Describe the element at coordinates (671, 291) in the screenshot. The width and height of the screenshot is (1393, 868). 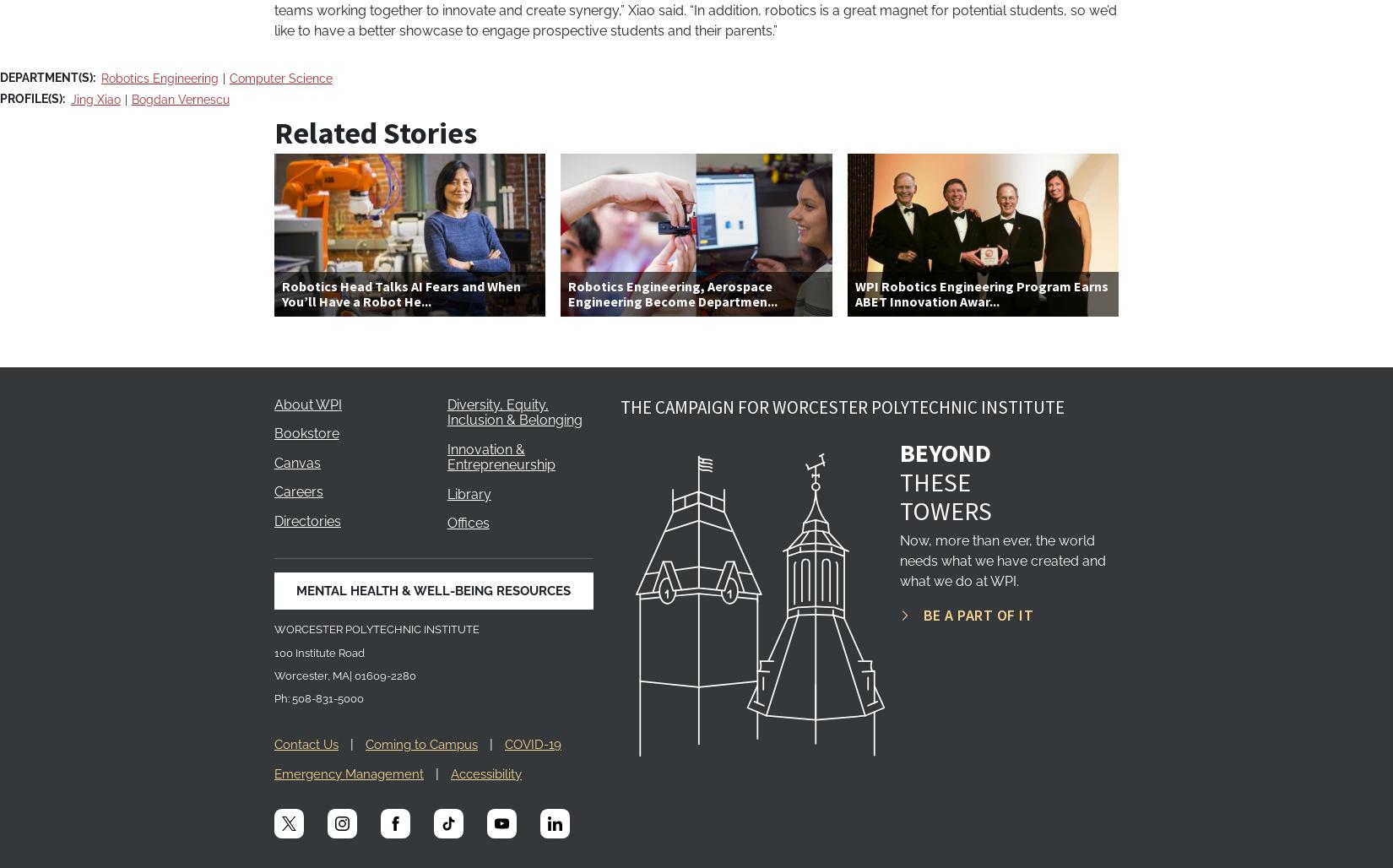
I see `'Robotics Engineering, Aerospace Engineering Become Departmen...'` at that location.